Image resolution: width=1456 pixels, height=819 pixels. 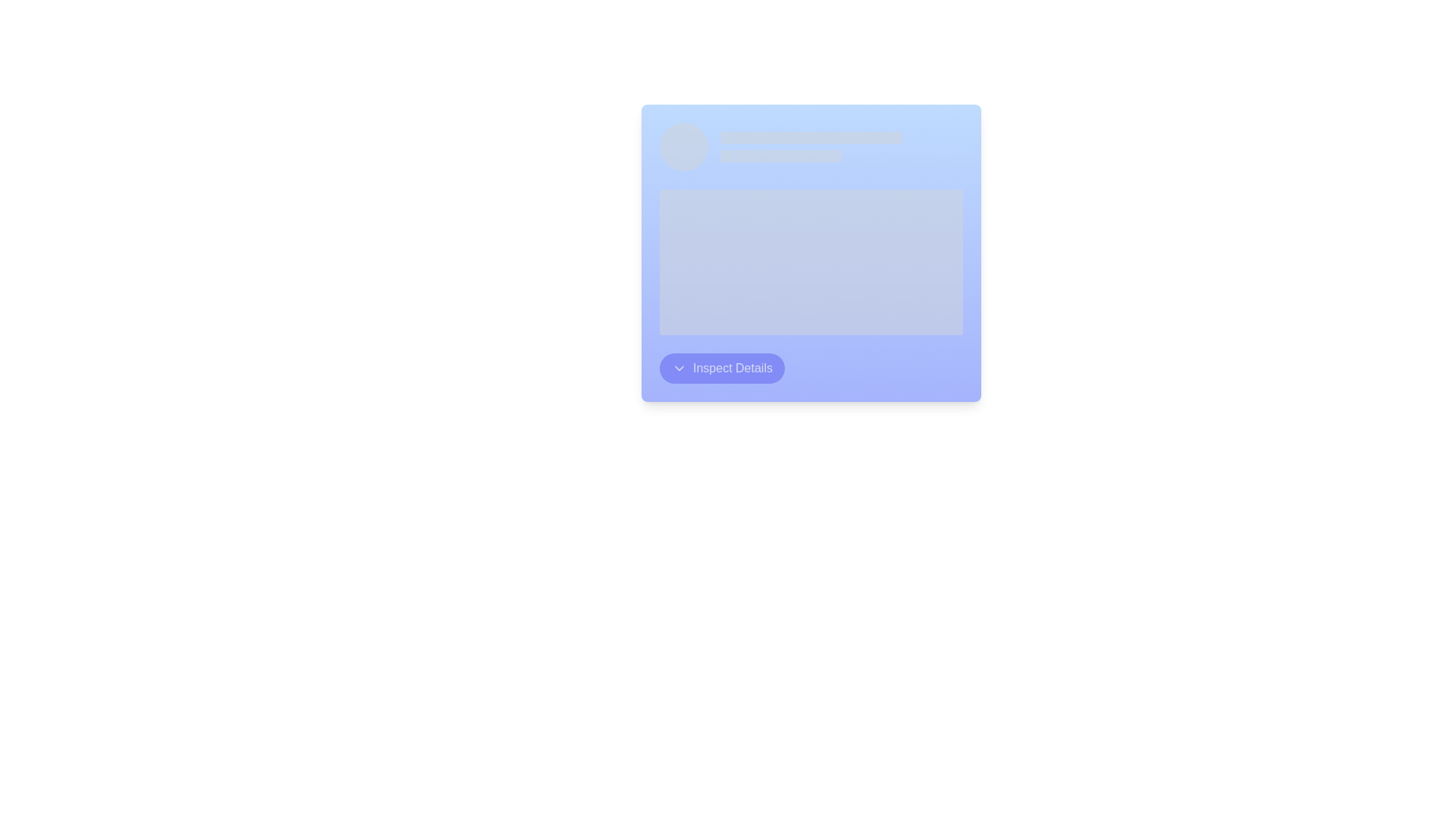 What do you see at coordinates (780, 155) in the screenshot?
I see `the second horizontal progress indicator bar with rounded edges, which is located in the top-middle portion of the interface, beneath a circular element` at bounding box center [780, 155].